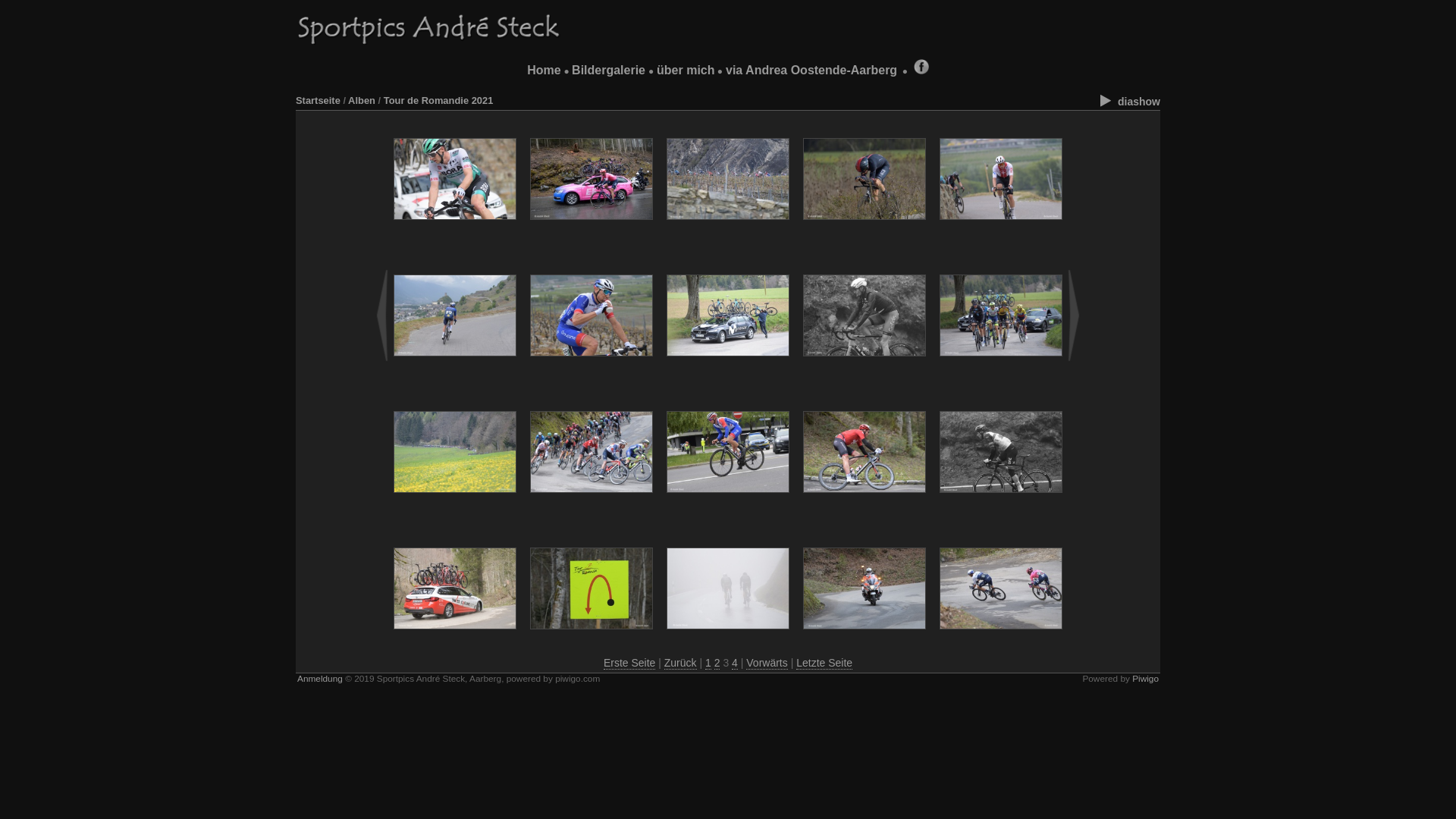 Image resolution: width=1456 pixels, height=819 pixels. I want to click on '2', so click(716, 662).